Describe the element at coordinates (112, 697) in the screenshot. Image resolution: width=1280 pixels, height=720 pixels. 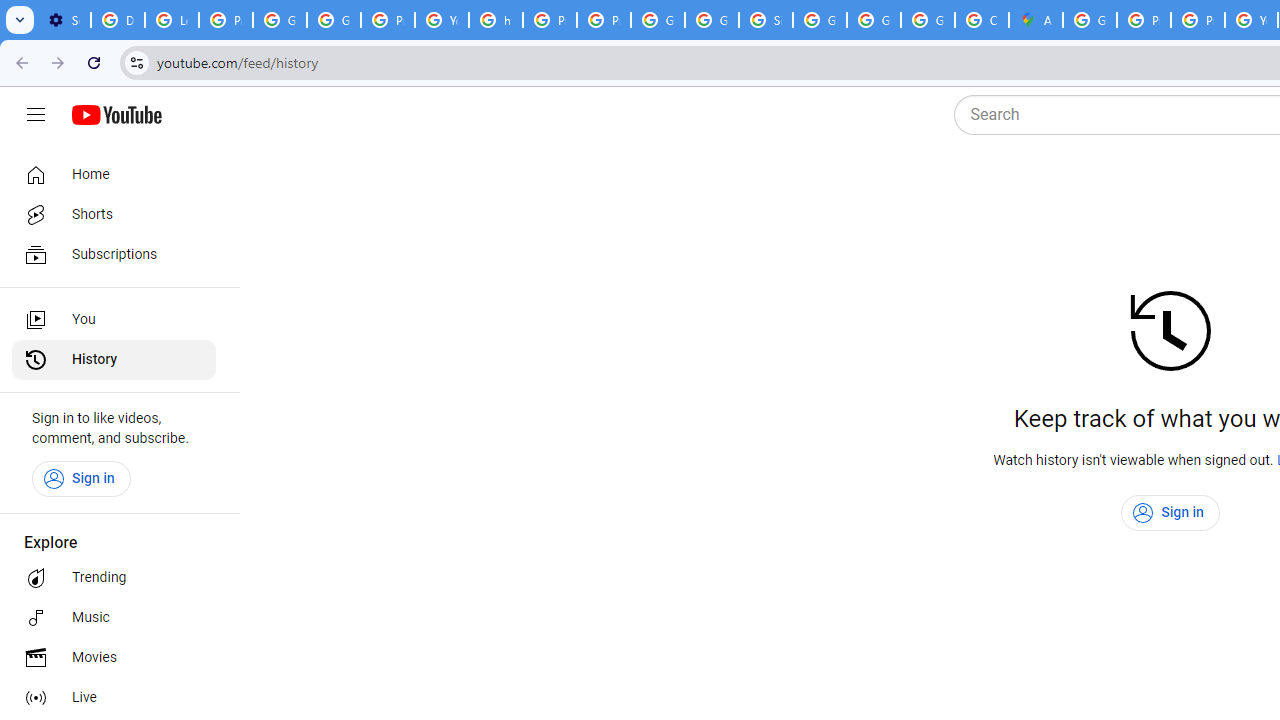
I see `'Live'` at that location.